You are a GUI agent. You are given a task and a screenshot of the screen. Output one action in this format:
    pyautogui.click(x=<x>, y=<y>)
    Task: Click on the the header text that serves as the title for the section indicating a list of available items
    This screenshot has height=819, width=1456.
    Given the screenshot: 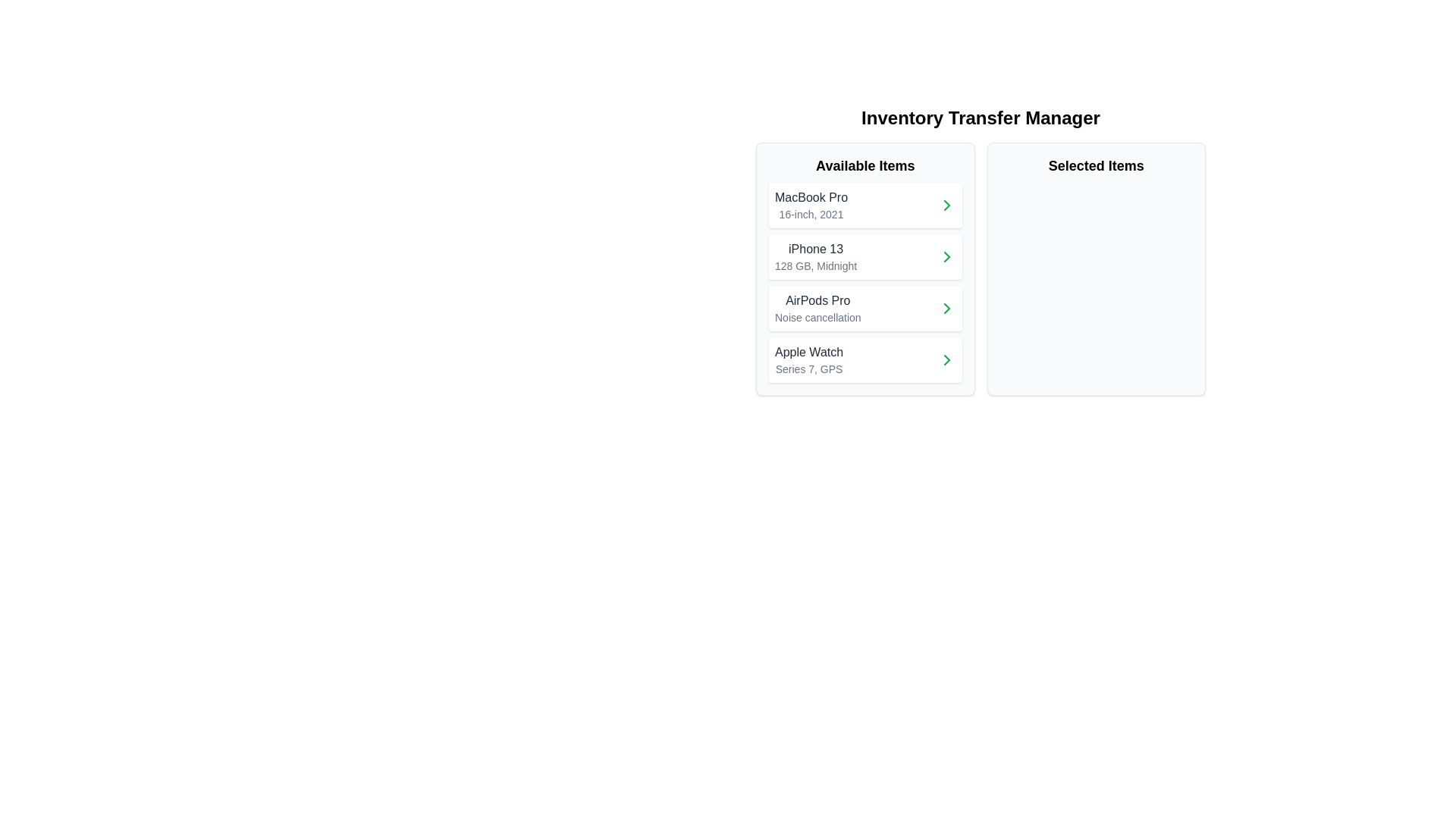 What is the action you would take?
    pyautogui.click(x=865, y=166)
    